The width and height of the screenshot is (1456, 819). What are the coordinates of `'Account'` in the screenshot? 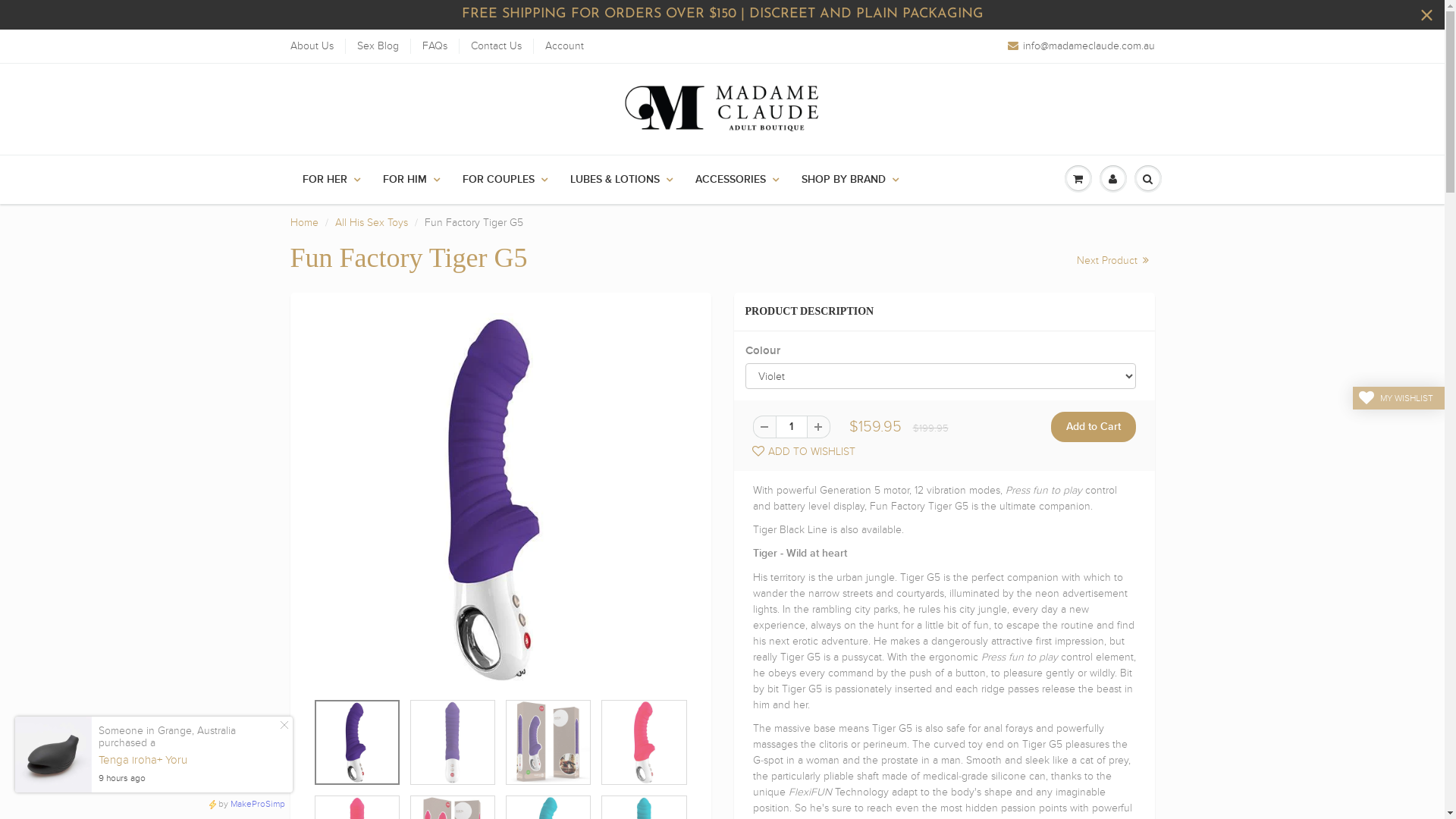 It's located at (544, 45).